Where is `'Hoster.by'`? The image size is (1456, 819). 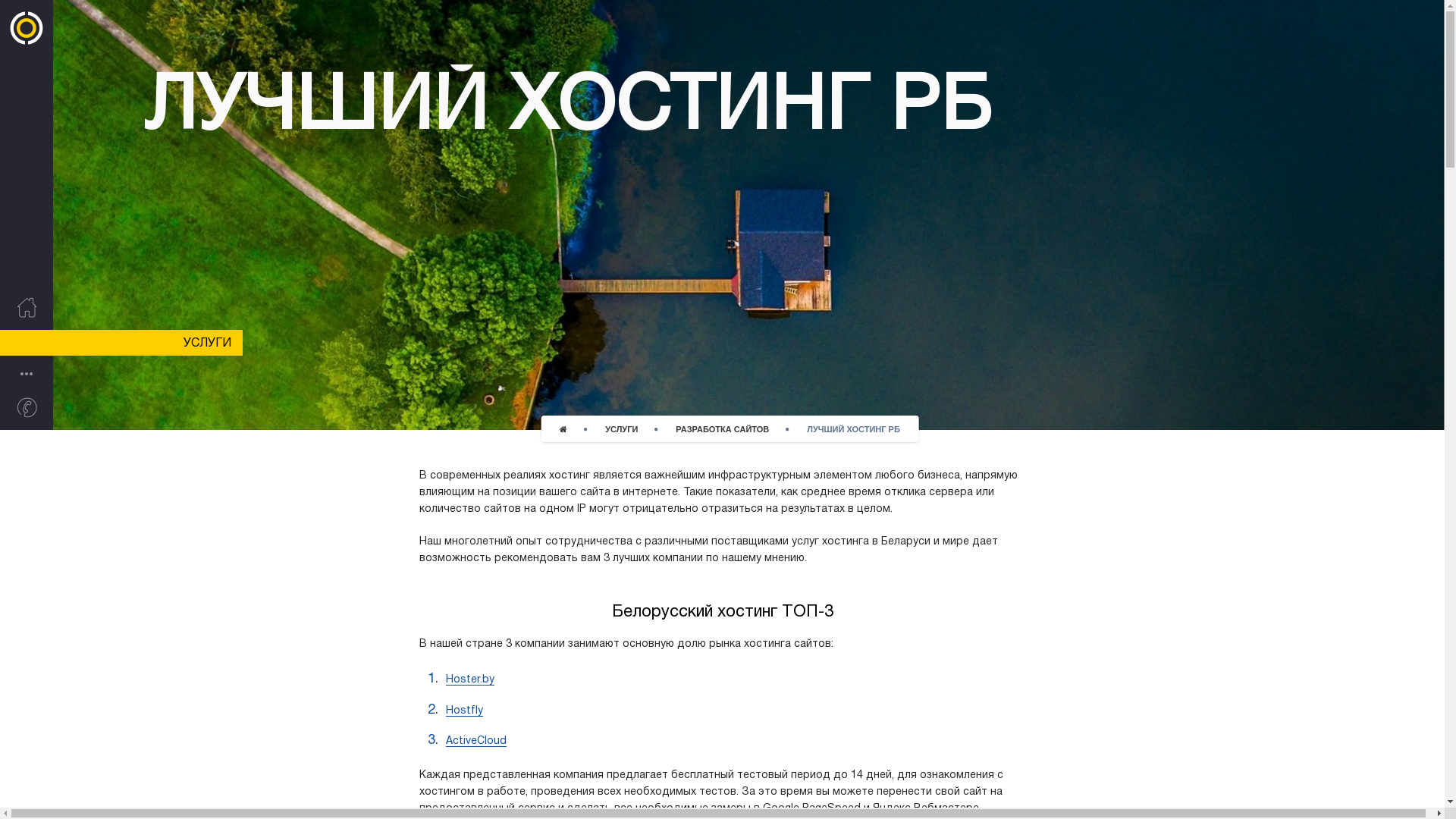
'Hoster.by' is located at coordinates (469, 679).